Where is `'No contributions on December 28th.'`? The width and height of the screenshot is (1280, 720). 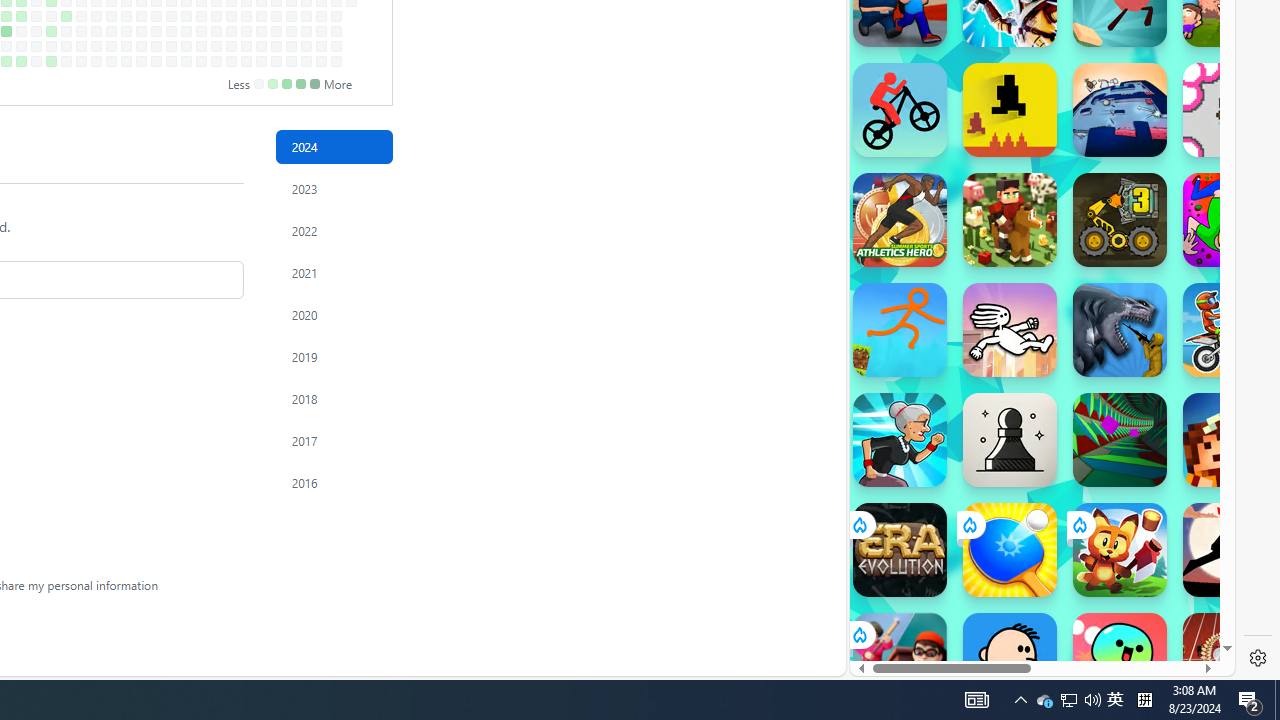
'No contributions on December 28th.' is located at coordinates (336, 60).